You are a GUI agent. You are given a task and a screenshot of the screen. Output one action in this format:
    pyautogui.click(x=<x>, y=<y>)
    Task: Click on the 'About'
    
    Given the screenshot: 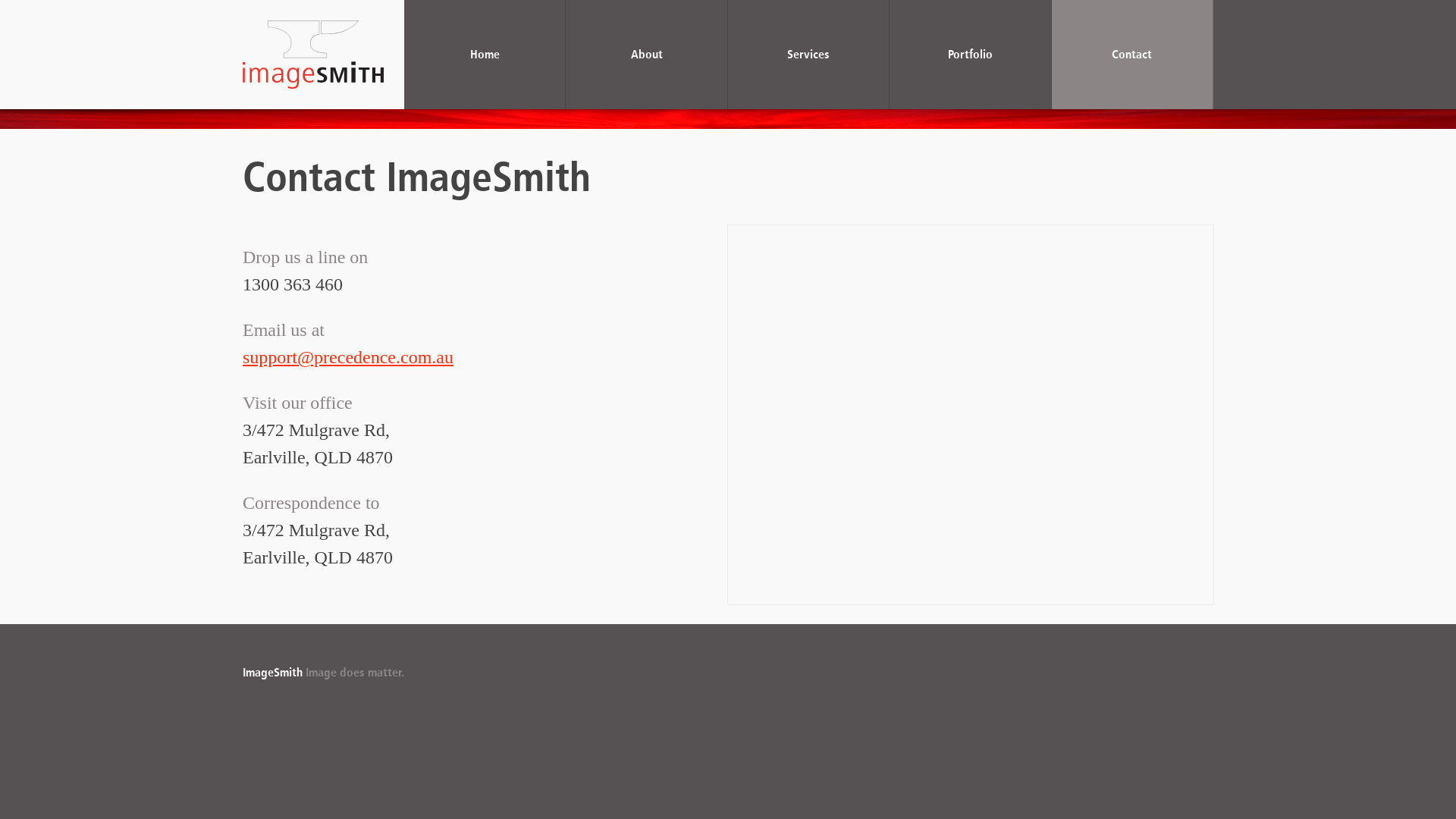 What is the action you would take?
    pyautogui.click(x=564, y=54)
    